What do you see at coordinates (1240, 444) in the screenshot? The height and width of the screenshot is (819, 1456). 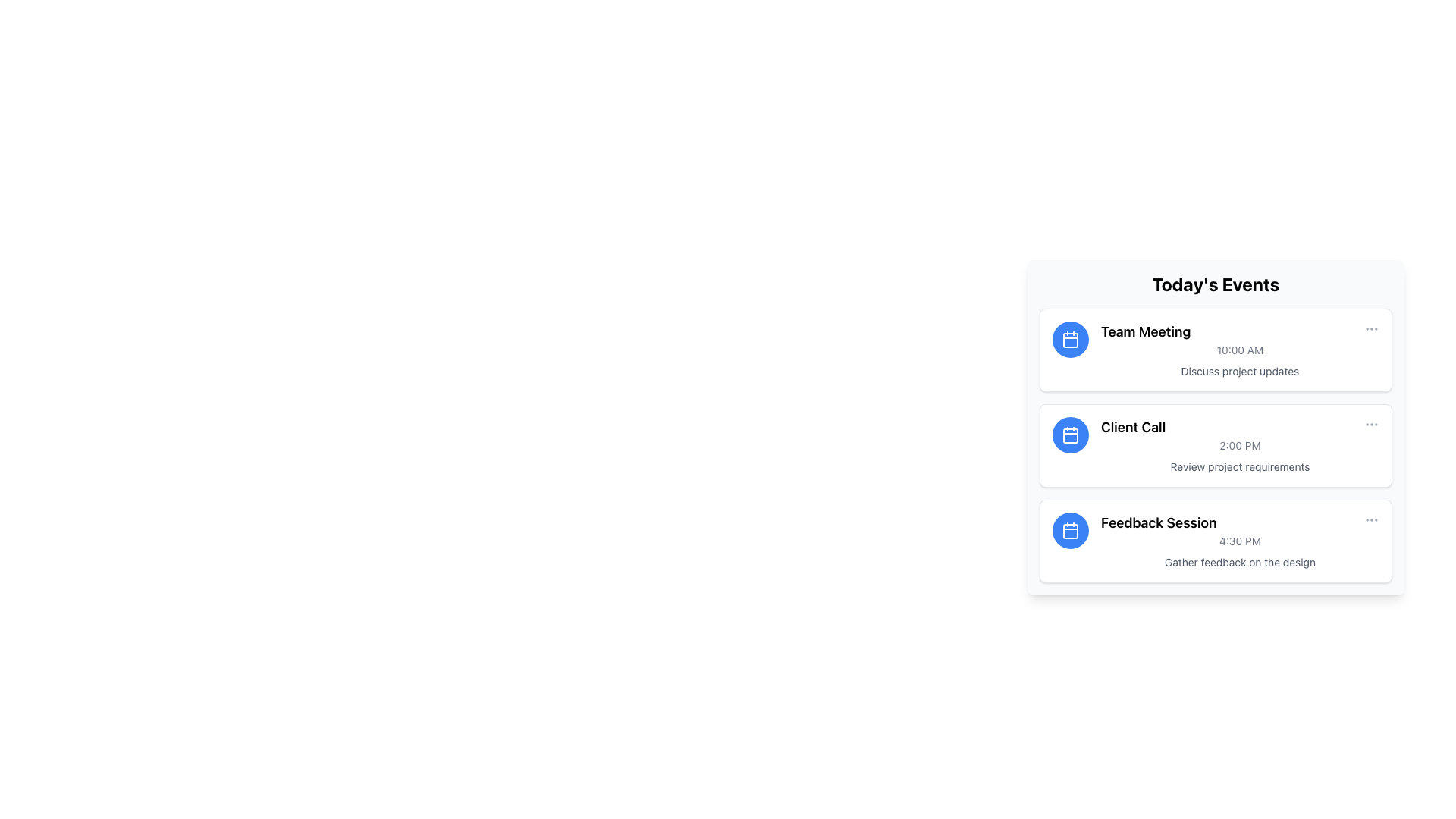 I see `on the middle event in the vertical list under 'Today's Events'` at bounding box center [1240, 444].